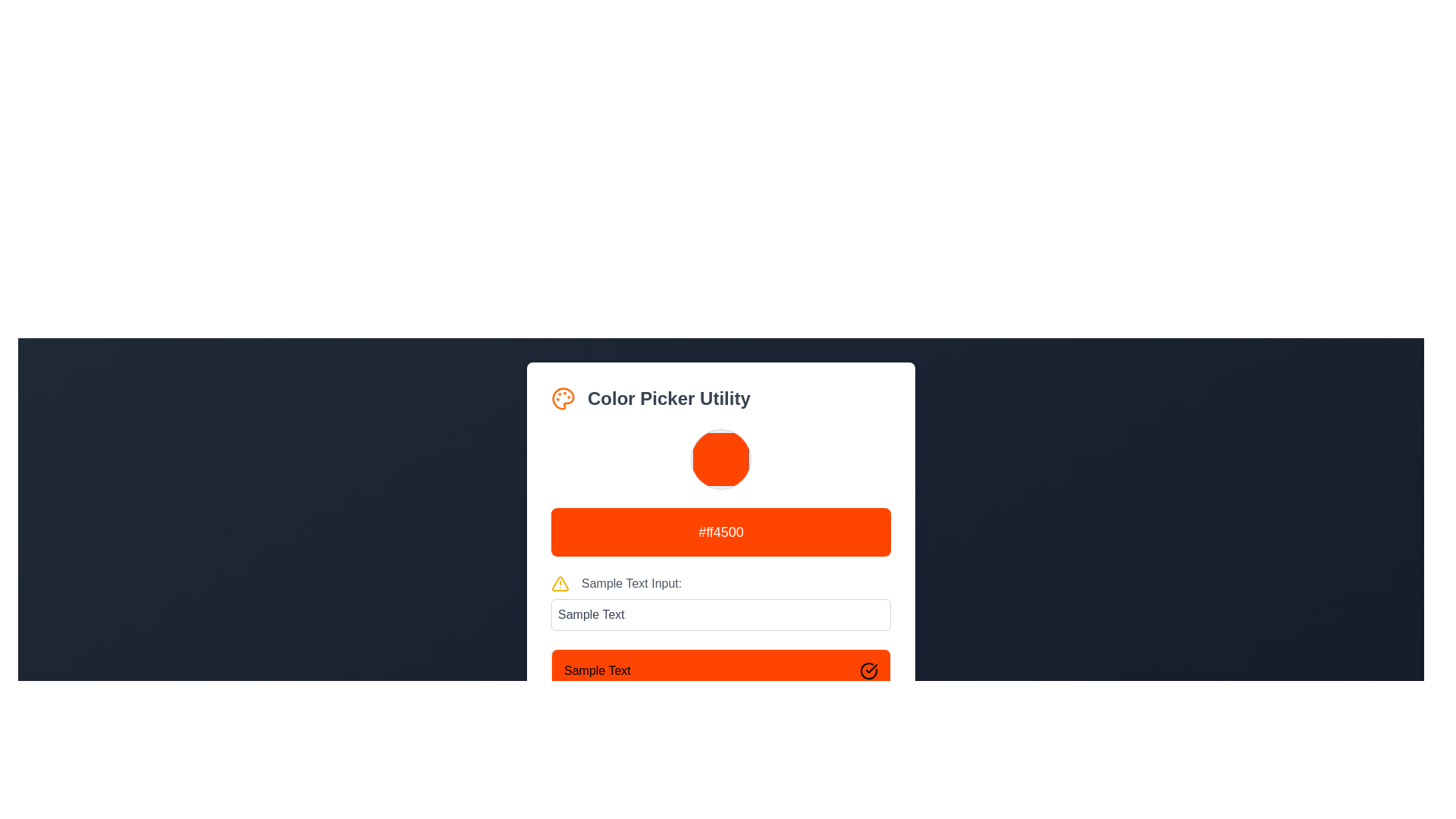  What do you see at coordinates (720, 458) in the screenshot?
I see `the Color Picker Swatch` at bounding box center [720, 458].